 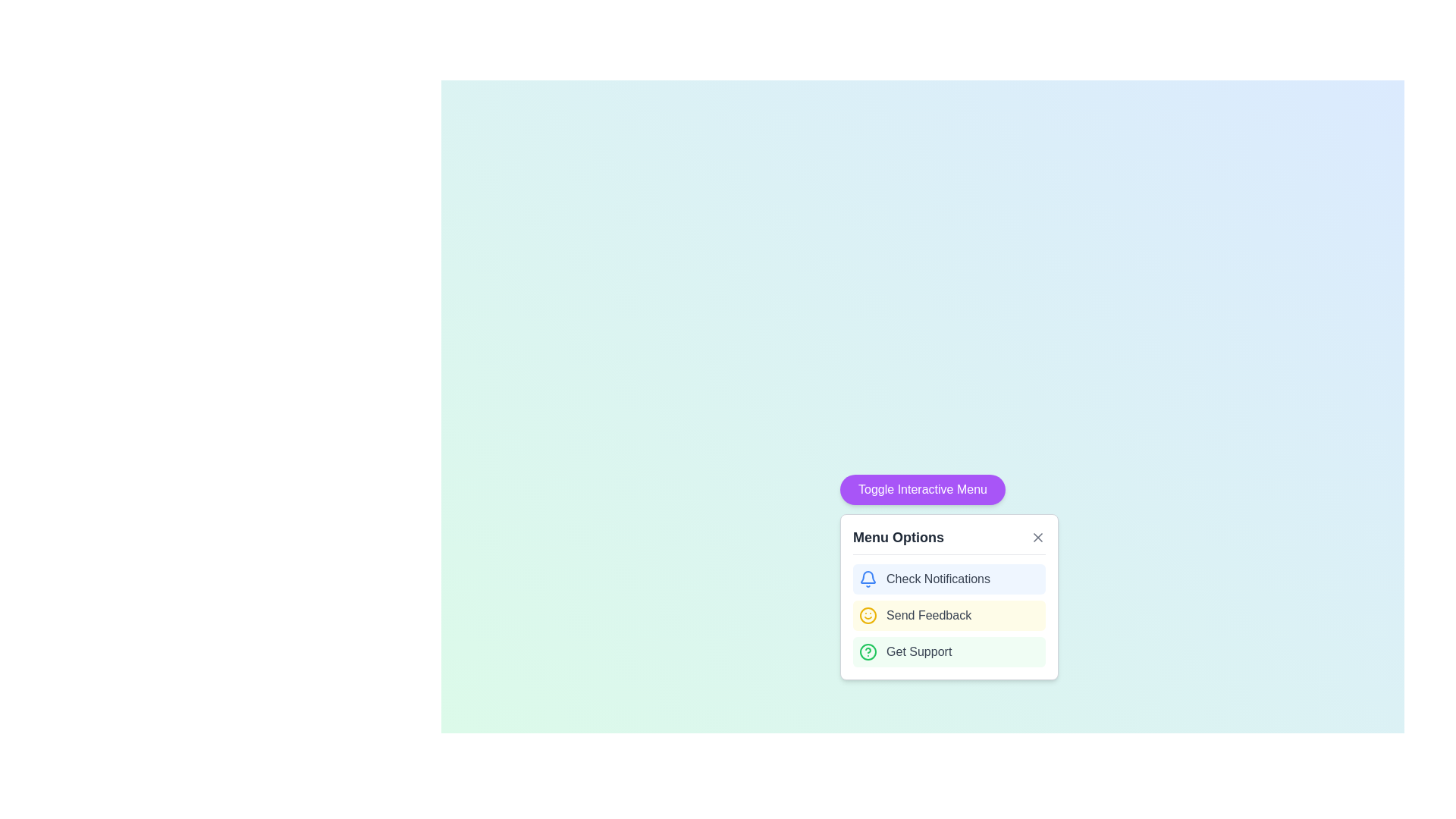 What do you see at coordinates (918, 651) in the screenshot?
I see `the 'Get Support' text label in the third row of the 'Menu Options', which is adjacent to a green question mark icon` at bounding box center [918, 651].